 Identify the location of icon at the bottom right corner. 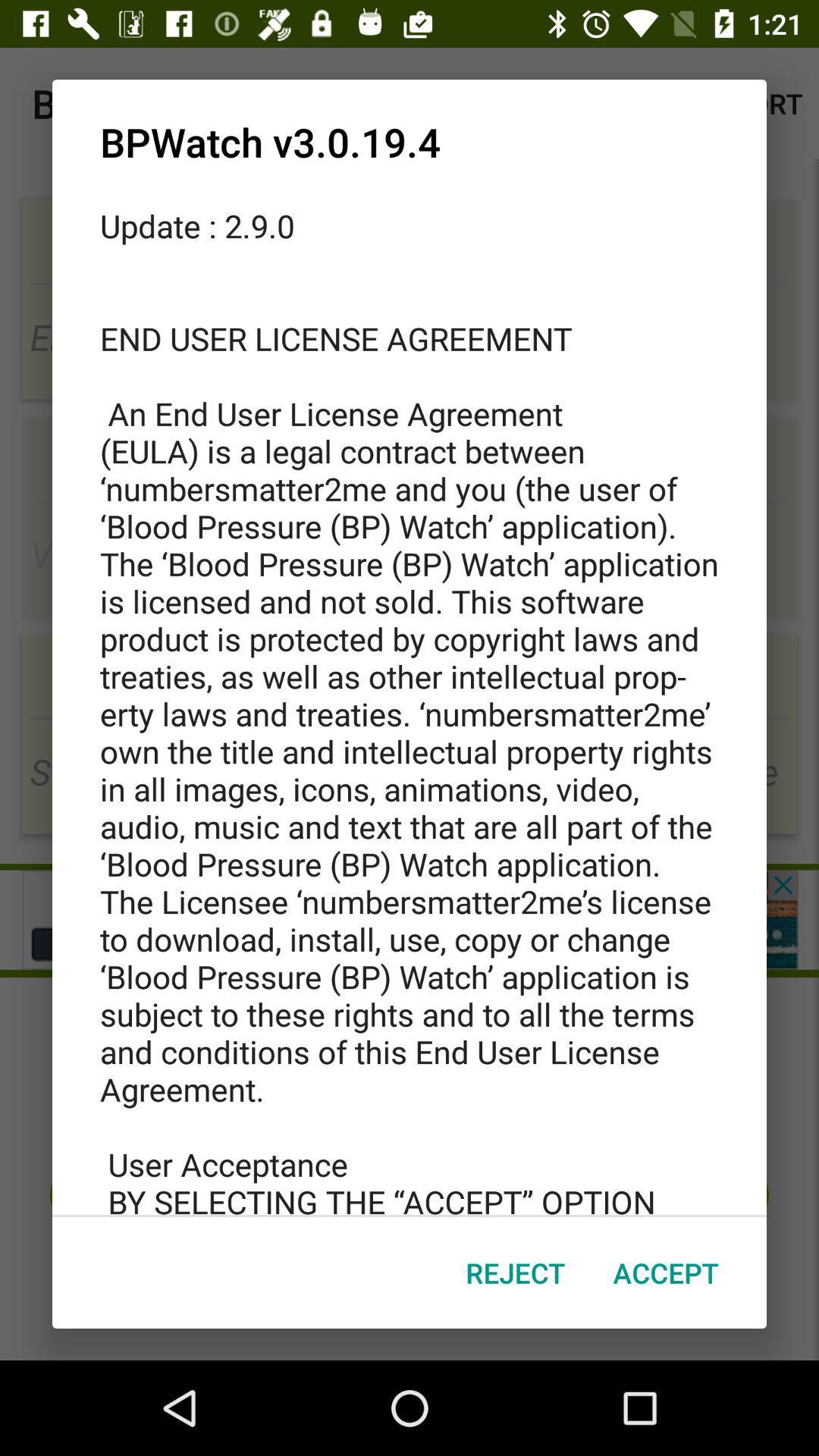
(665, 1272).